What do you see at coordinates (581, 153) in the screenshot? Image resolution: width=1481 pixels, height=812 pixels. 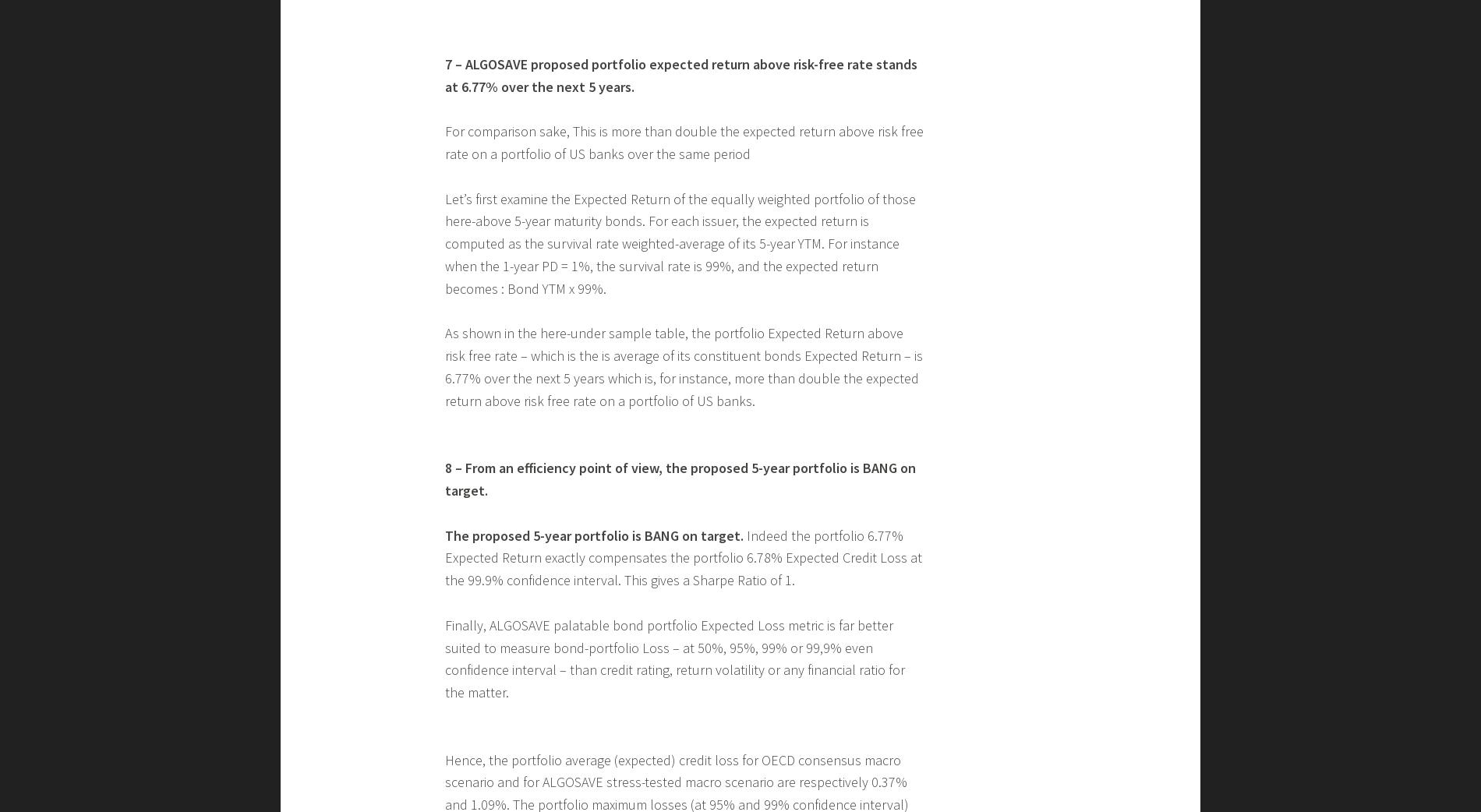 I see `'and here.'` at bounding box center [581, 153].